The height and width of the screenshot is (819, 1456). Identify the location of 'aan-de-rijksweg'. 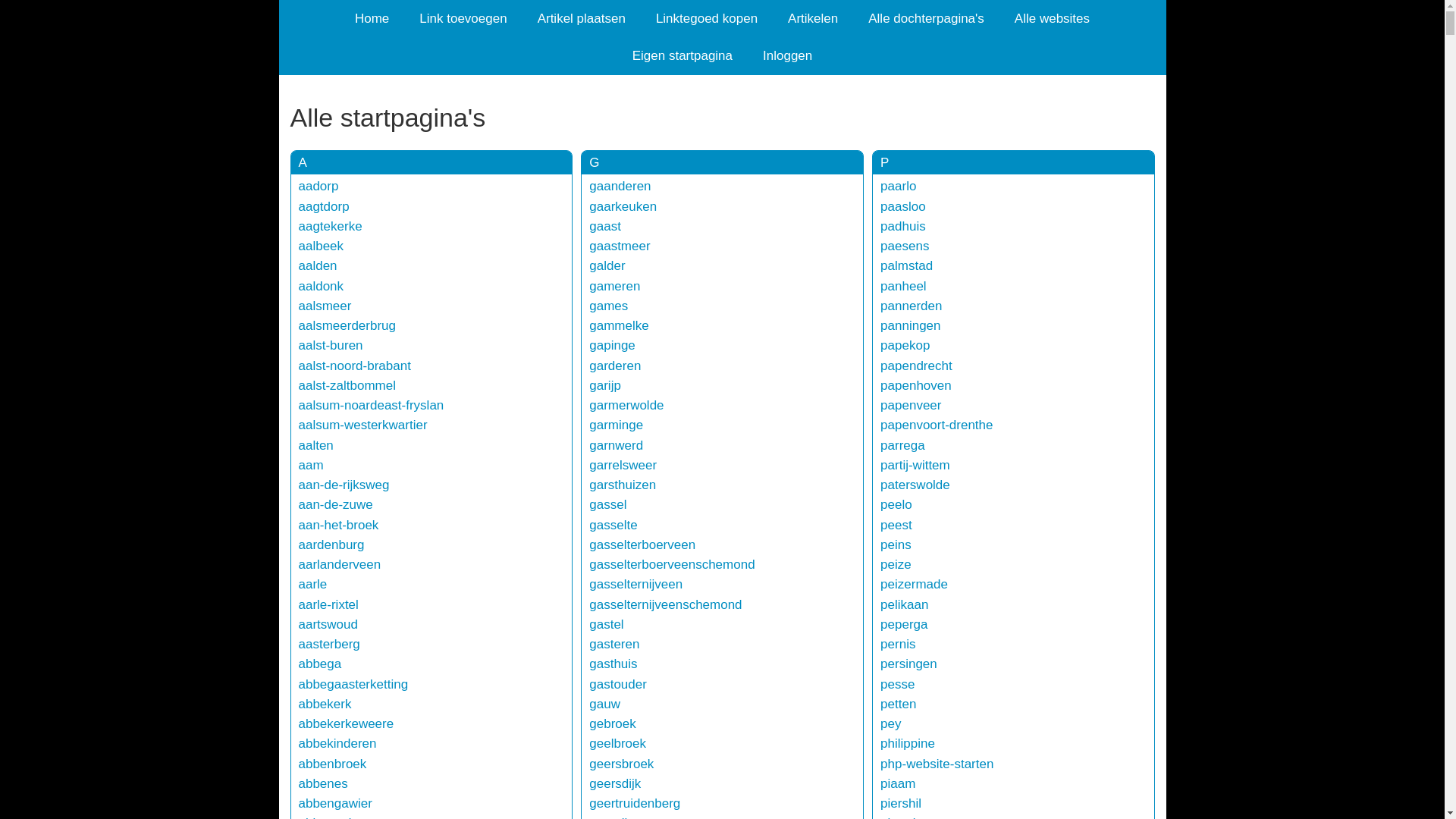
(298, 485).